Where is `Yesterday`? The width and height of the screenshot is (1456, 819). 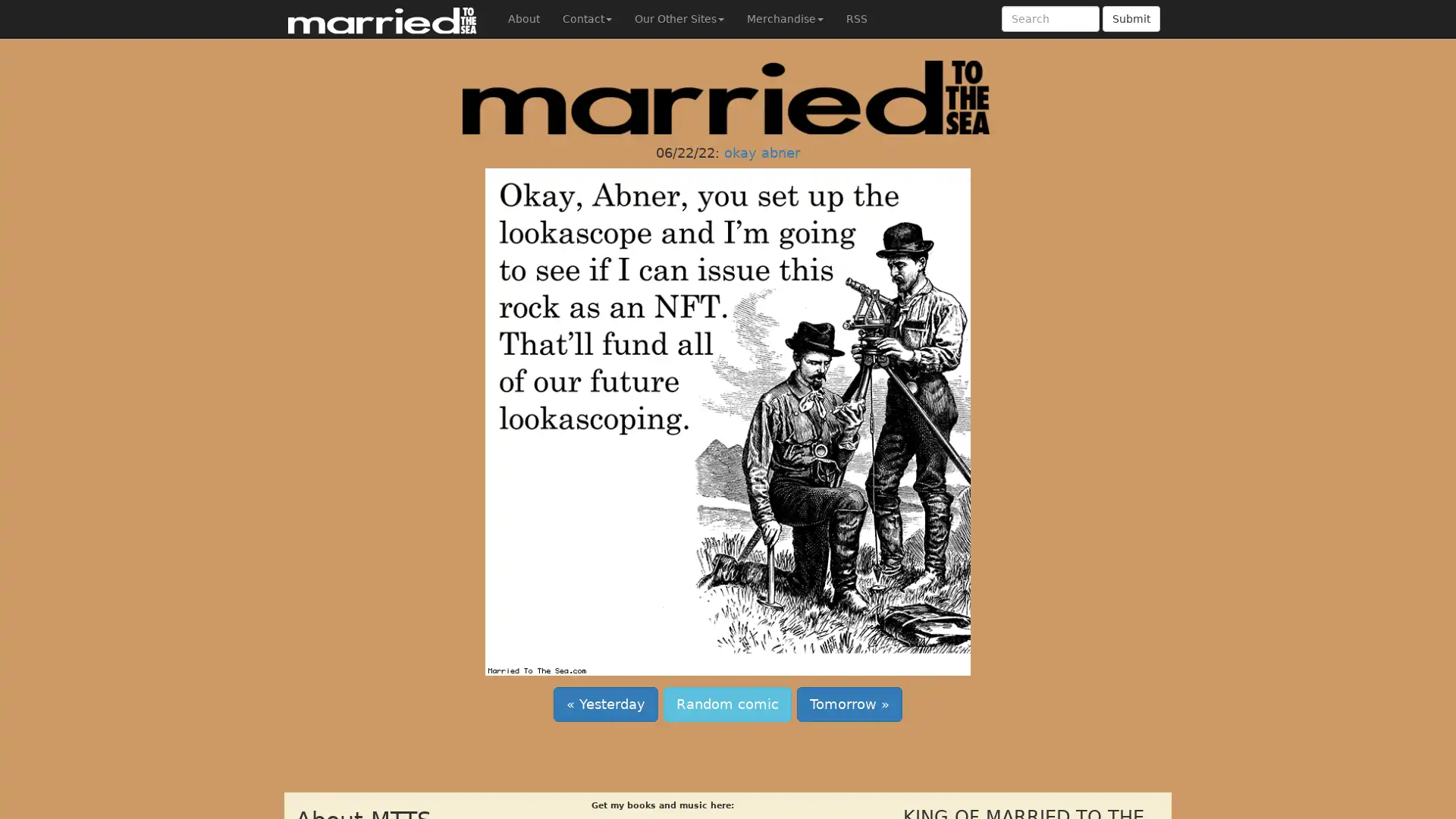 Yesterday is located at coordinates (604, 704).